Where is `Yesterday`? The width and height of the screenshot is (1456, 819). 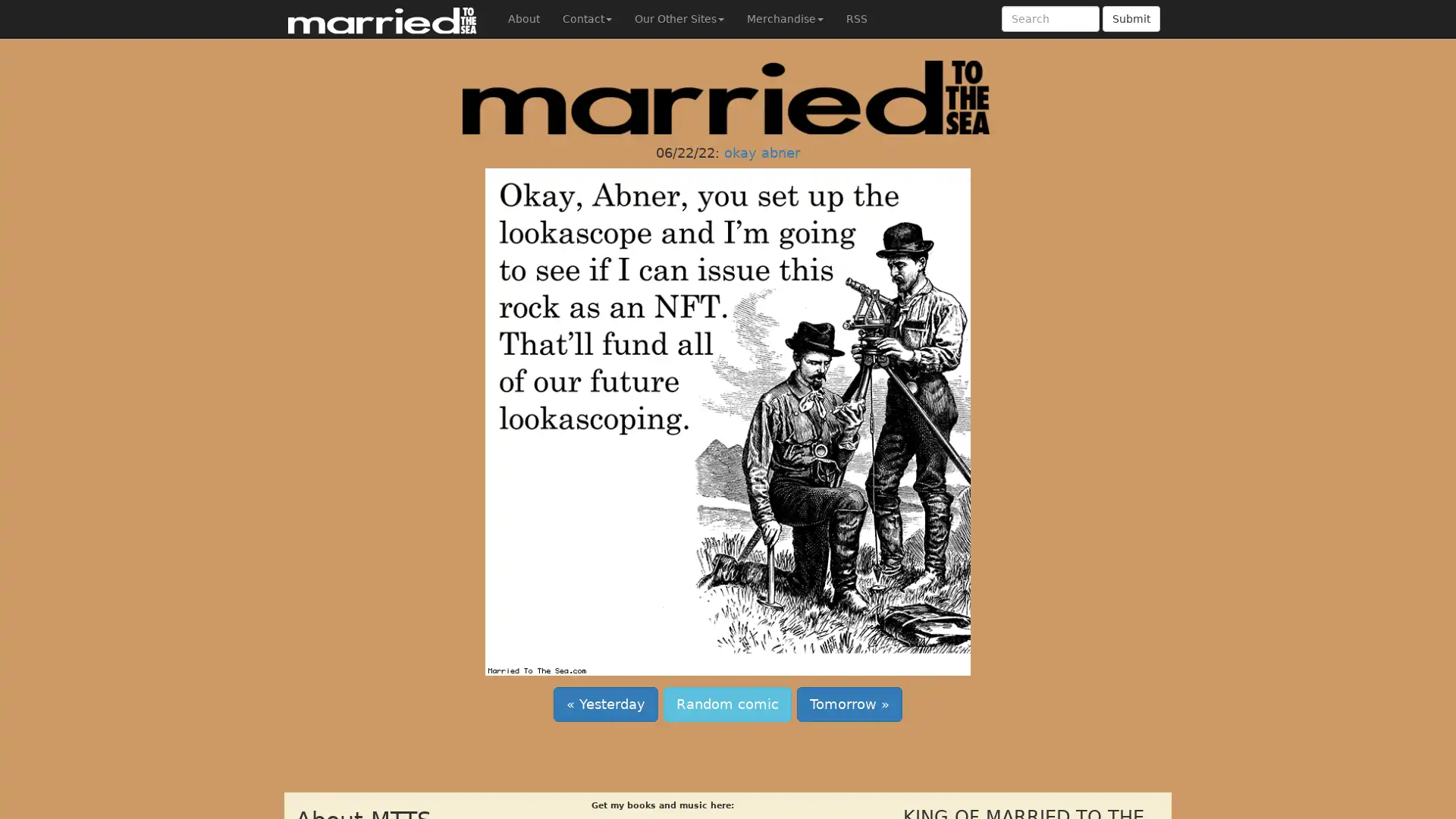 Yesterday is located at coordinates (604, 704).